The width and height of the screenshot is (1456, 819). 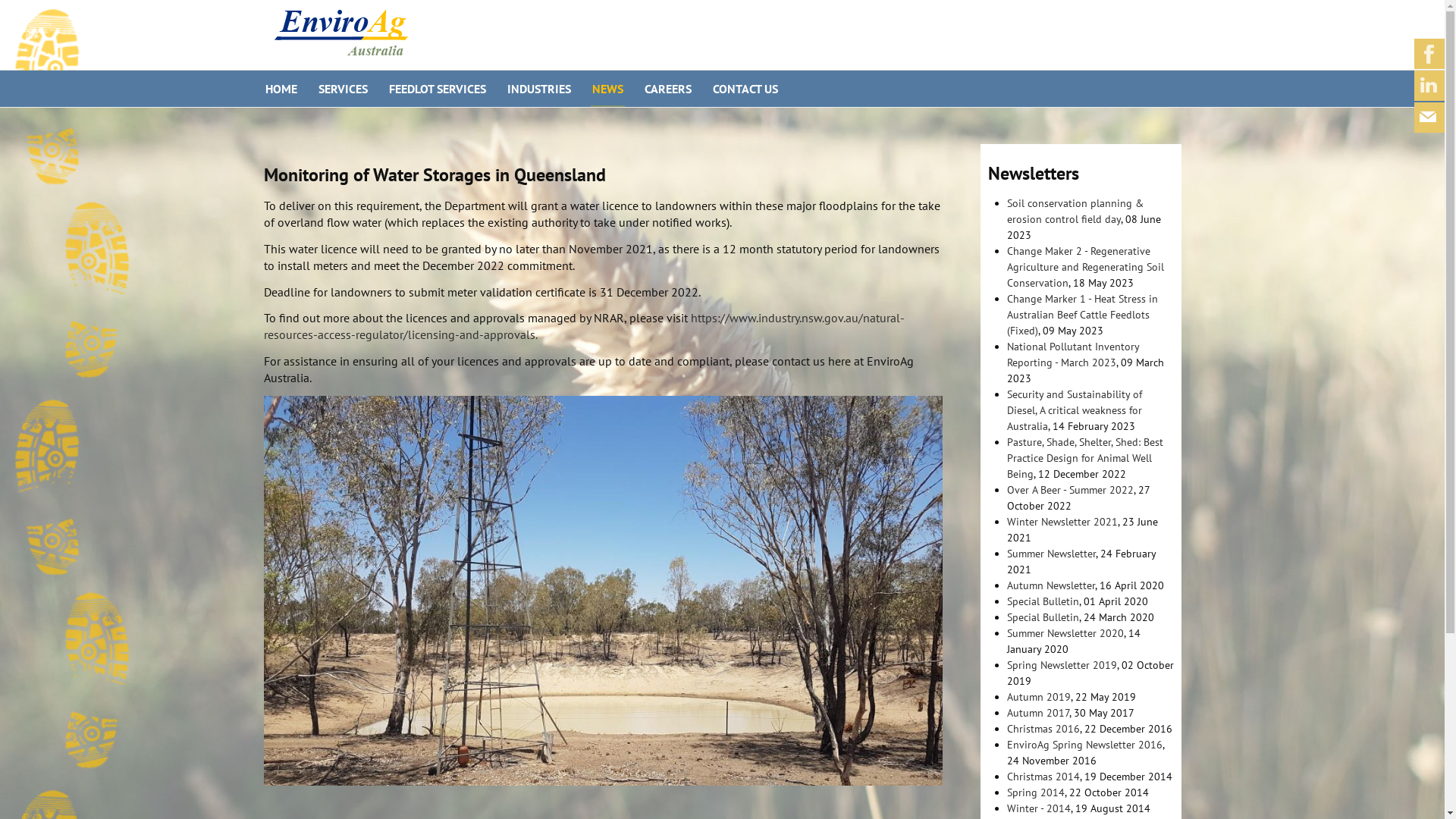 What do you see at coordinates (436, 88) in the screenshot?
I see `'FEEDLOT SERVICES'` at bounding box center [436, 88].